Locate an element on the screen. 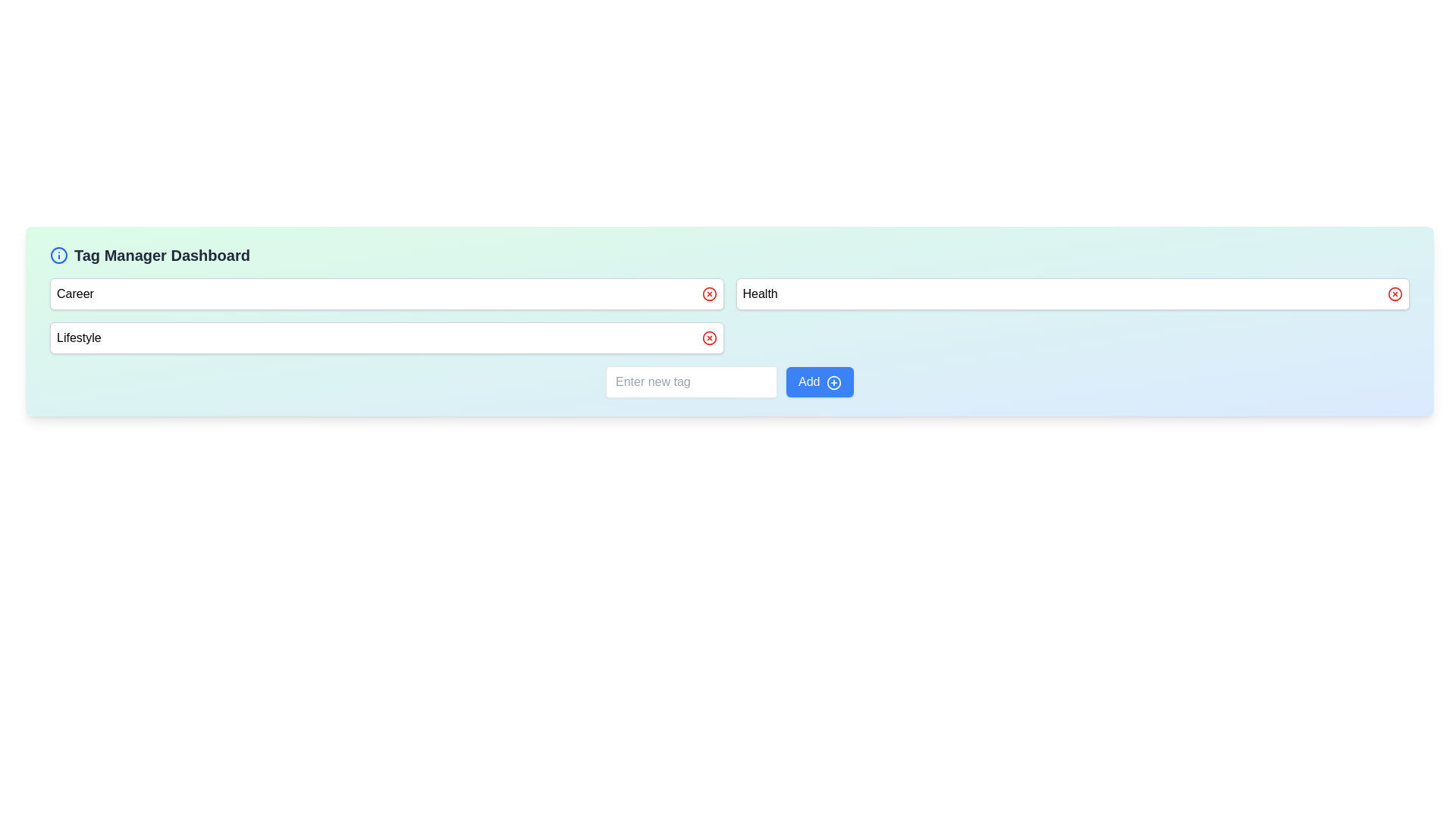 This screenshot has height=819, width=1456. the 'Health' static text label, which is styled with a standard font and located at the top center of the interface is located at coordinates (760, 294).